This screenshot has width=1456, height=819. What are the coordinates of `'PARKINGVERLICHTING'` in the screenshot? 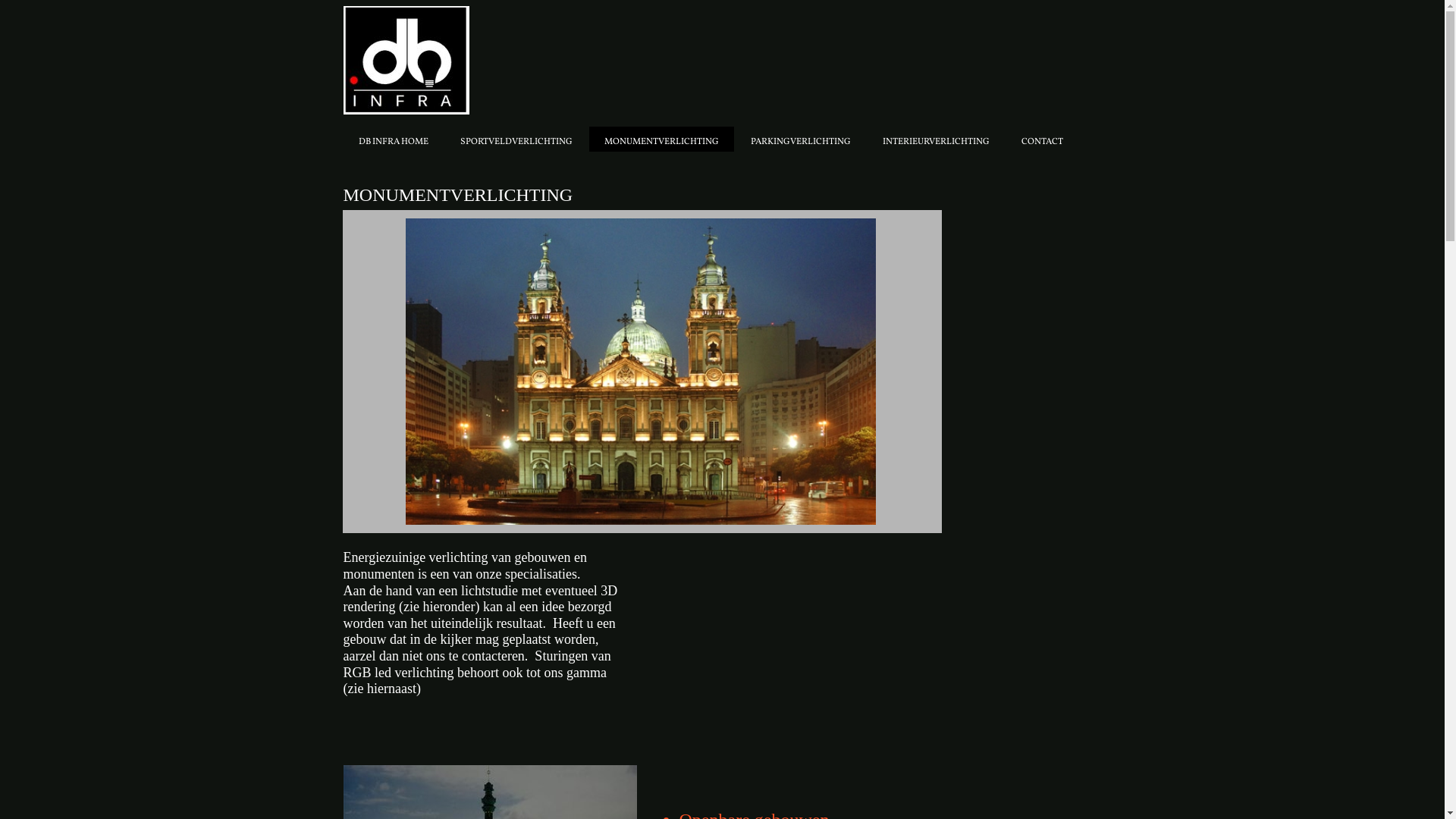 It's located at (800, 139).